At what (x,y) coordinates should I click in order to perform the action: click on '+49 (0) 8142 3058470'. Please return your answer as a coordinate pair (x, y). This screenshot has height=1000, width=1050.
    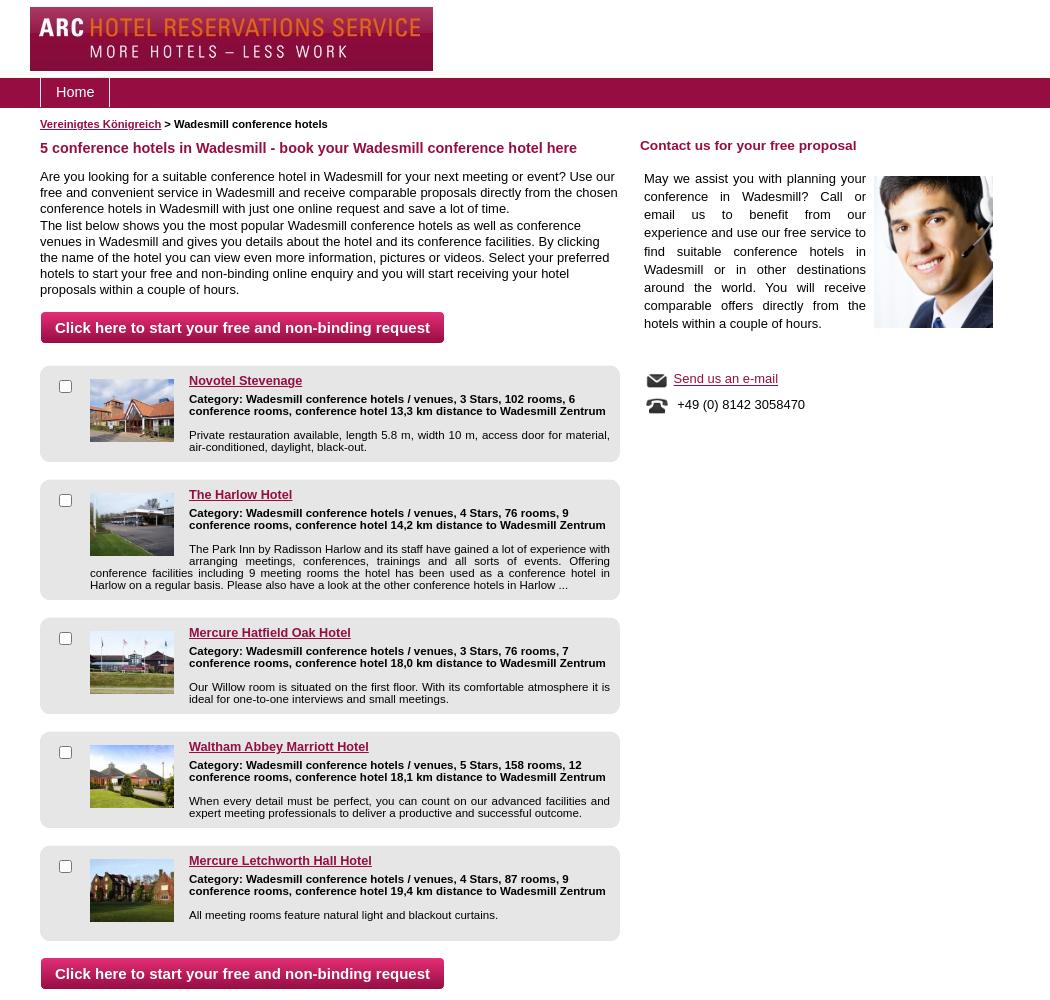
    Looking at the image, I should click on (736, 404).